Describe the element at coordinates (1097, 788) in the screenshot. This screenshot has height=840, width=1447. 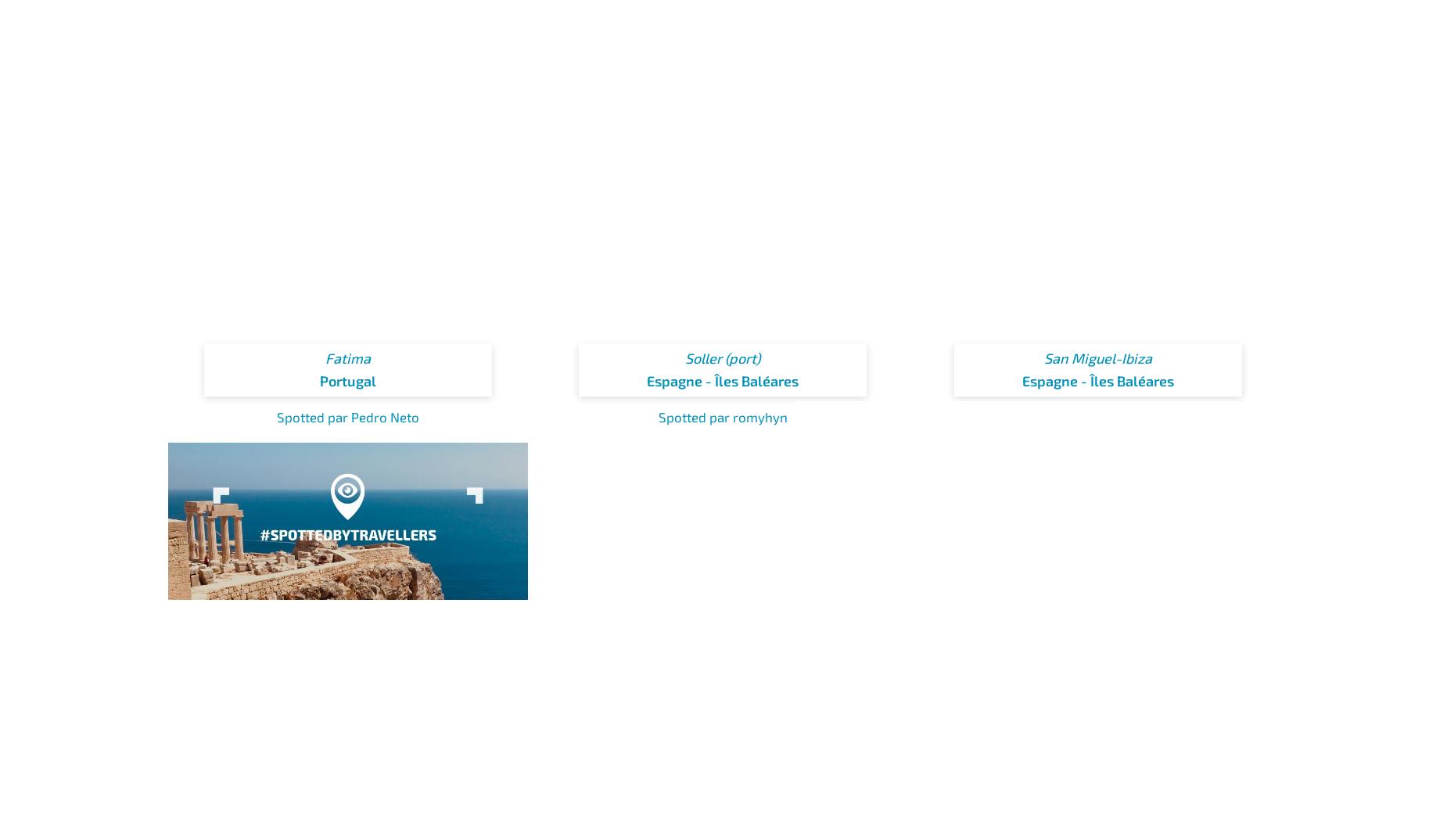
I see `'Dubrovnik'` at that location.